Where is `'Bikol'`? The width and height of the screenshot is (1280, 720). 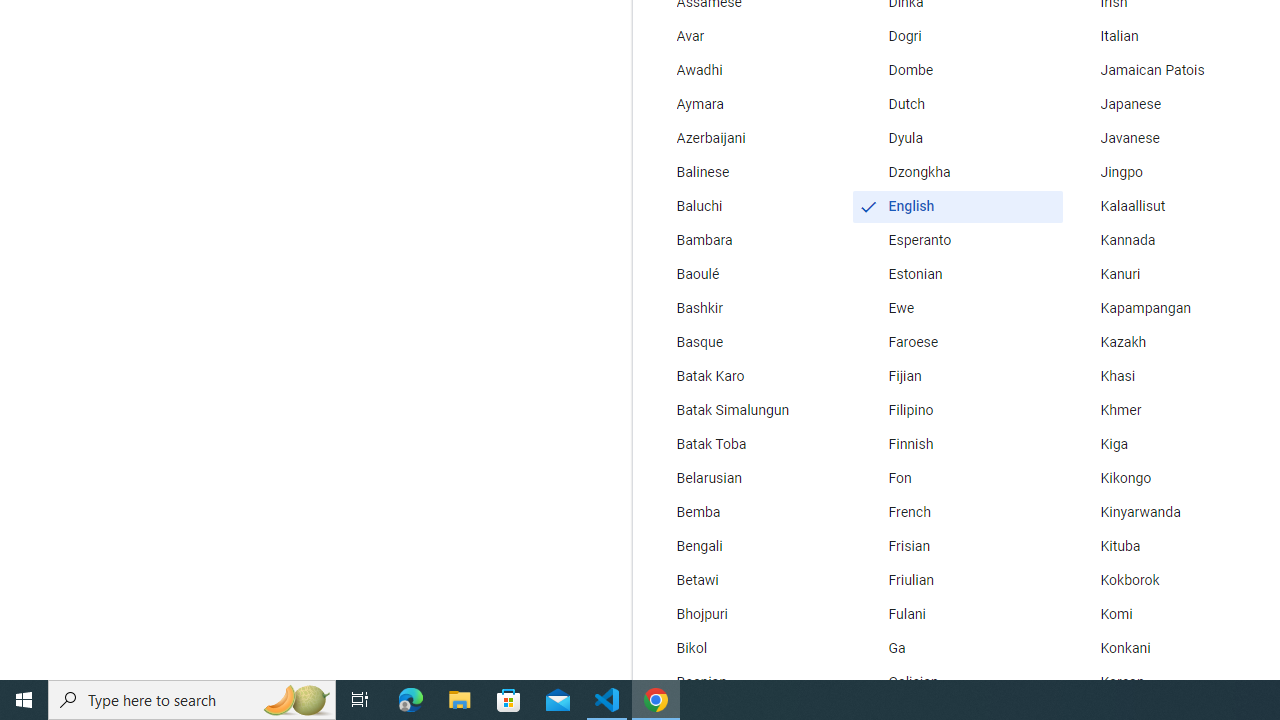
'Bikol' is located at coordinates (744, 649).